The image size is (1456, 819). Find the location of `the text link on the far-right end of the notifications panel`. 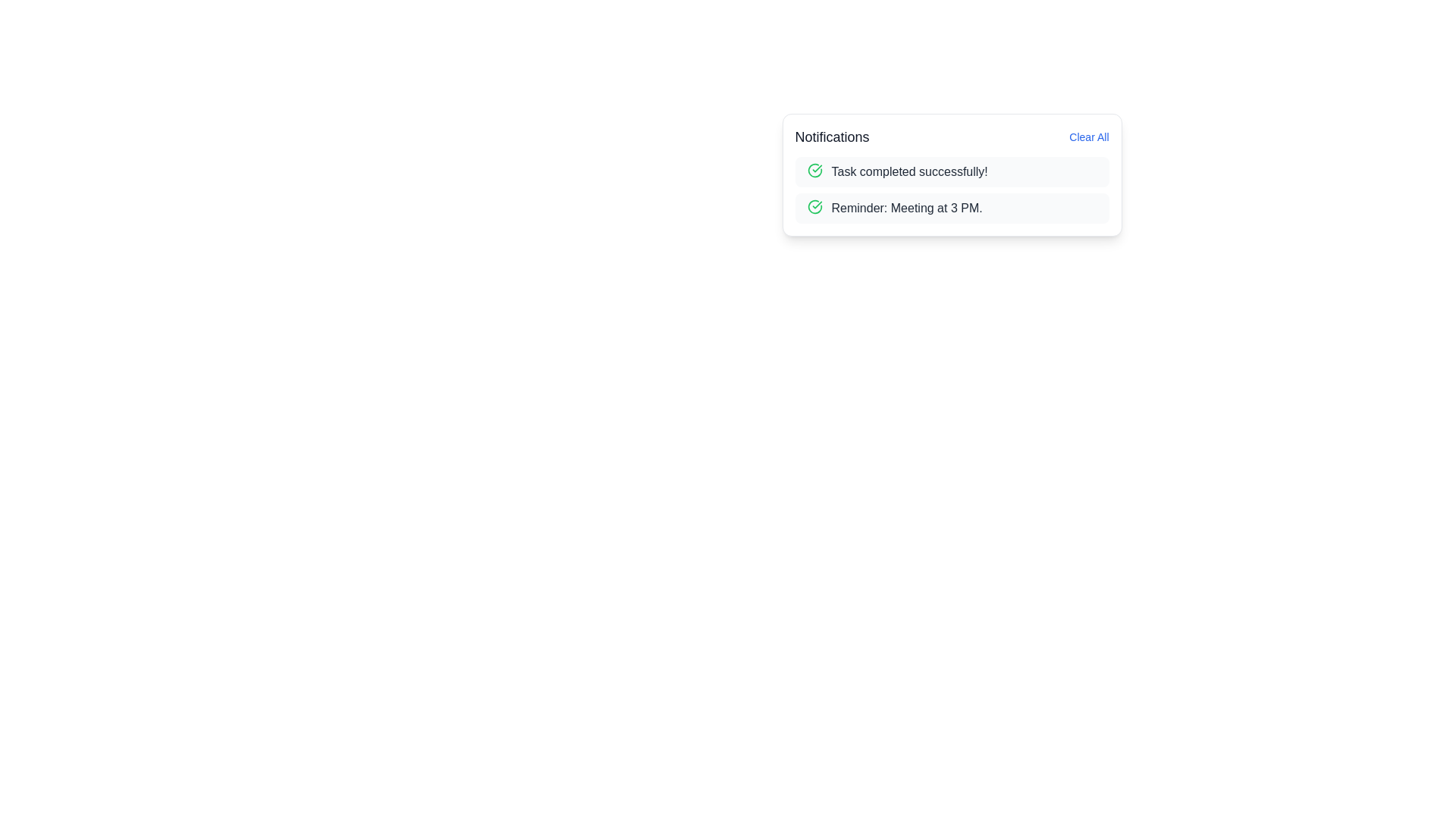

the text link on the far-right end of the notifications panel is located at coordinates (1088, 137).